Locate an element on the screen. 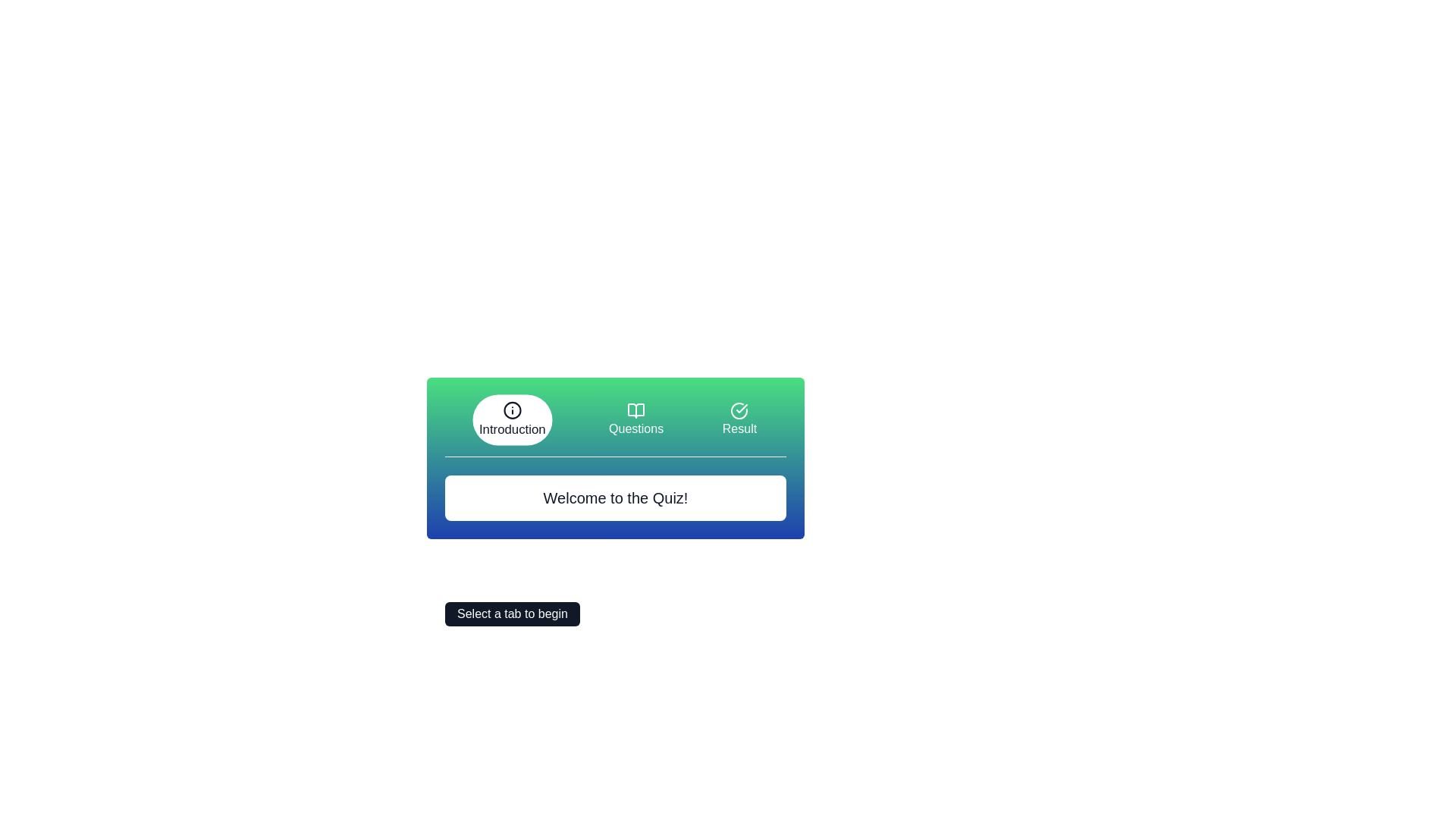 The width and height of the screenshot is (1456, 819). the Questions tab to display its content is located at coordinates (636, 420).